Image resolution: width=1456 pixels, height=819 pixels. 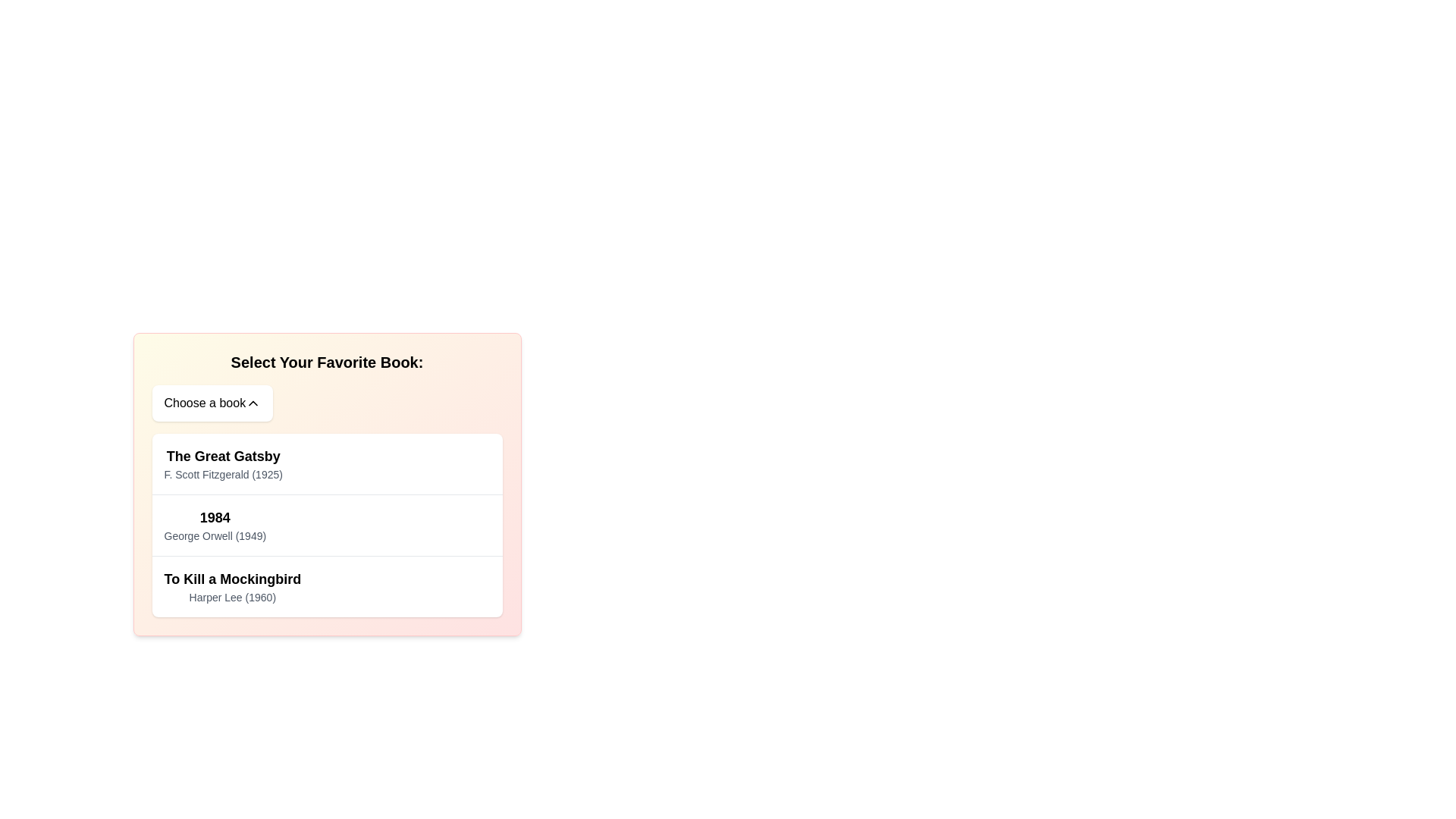 What do you see at coordinates (212, 403) in the screenshot?
I see `the dropdown button located directly below the title 'Select Your Favorite Book:' to enable navigation` at bounding box center [212, 403].